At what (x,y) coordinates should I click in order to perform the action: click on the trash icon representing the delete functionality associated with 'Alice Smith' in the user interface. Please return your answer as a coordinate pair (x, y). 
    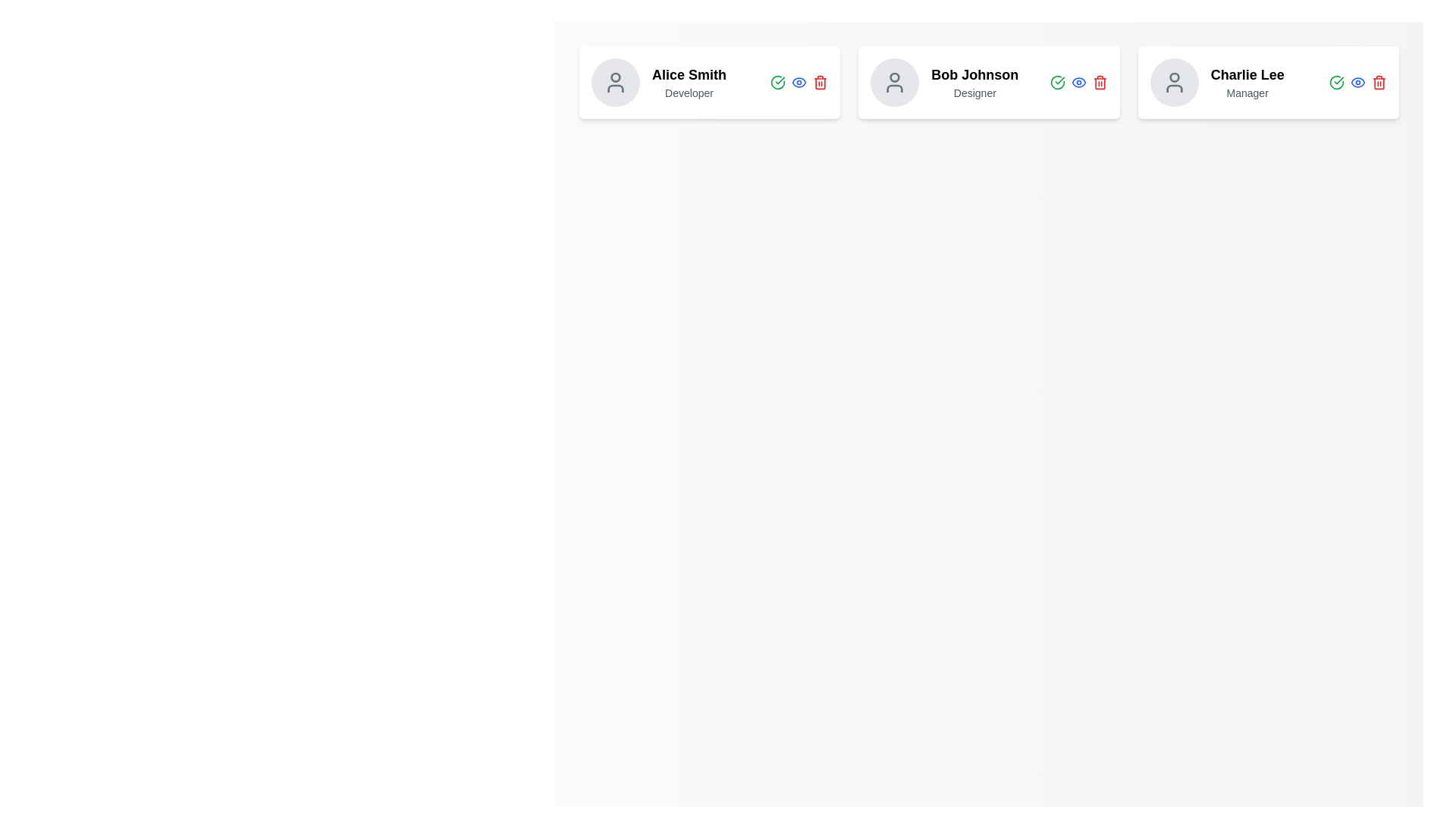
    Looking at the image, I should click on (820, 83).